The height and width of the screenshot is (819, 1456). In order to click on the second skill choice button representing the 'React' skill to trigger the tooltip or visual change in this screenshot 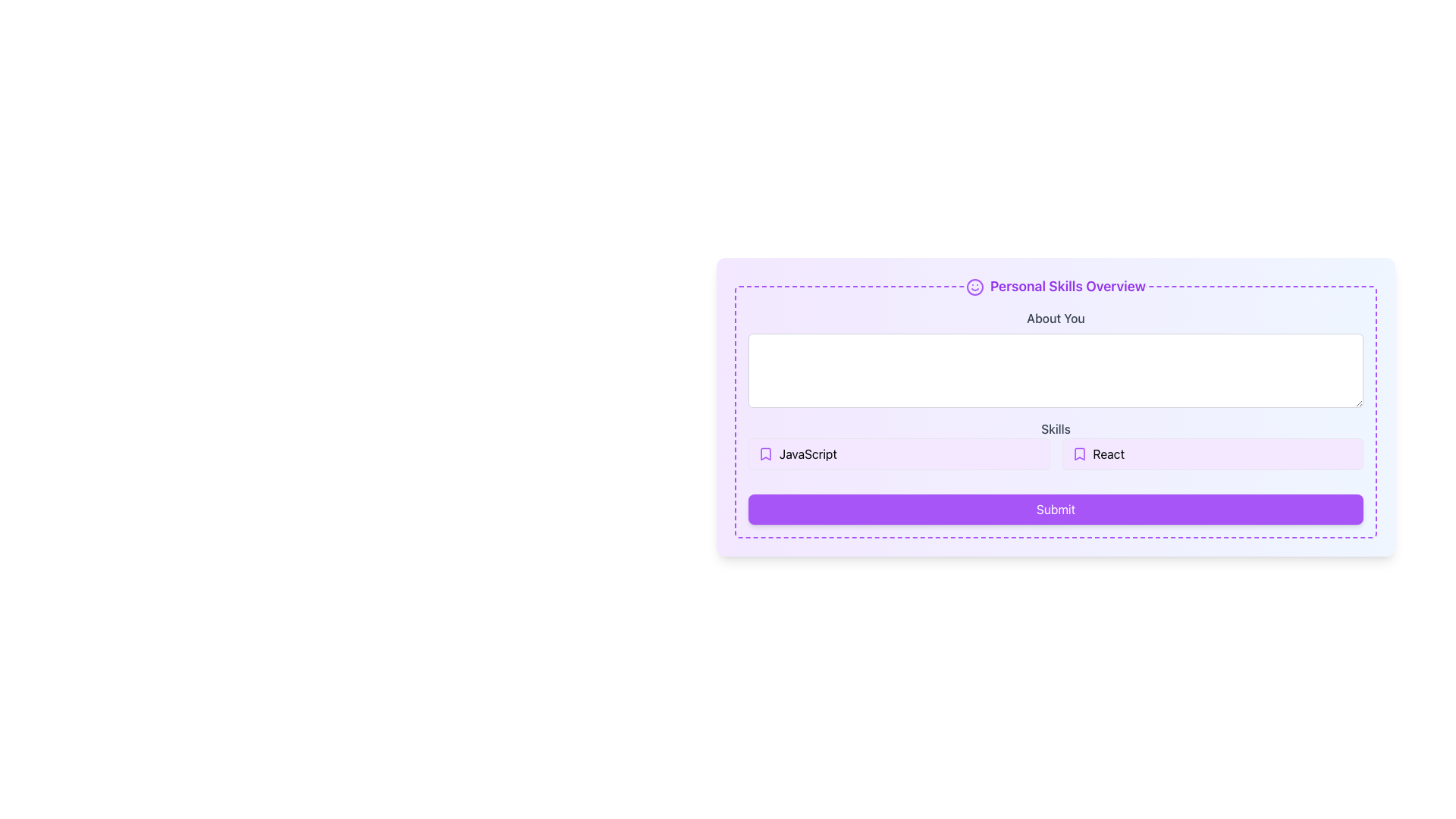, I will do `click(1212, 453)`.